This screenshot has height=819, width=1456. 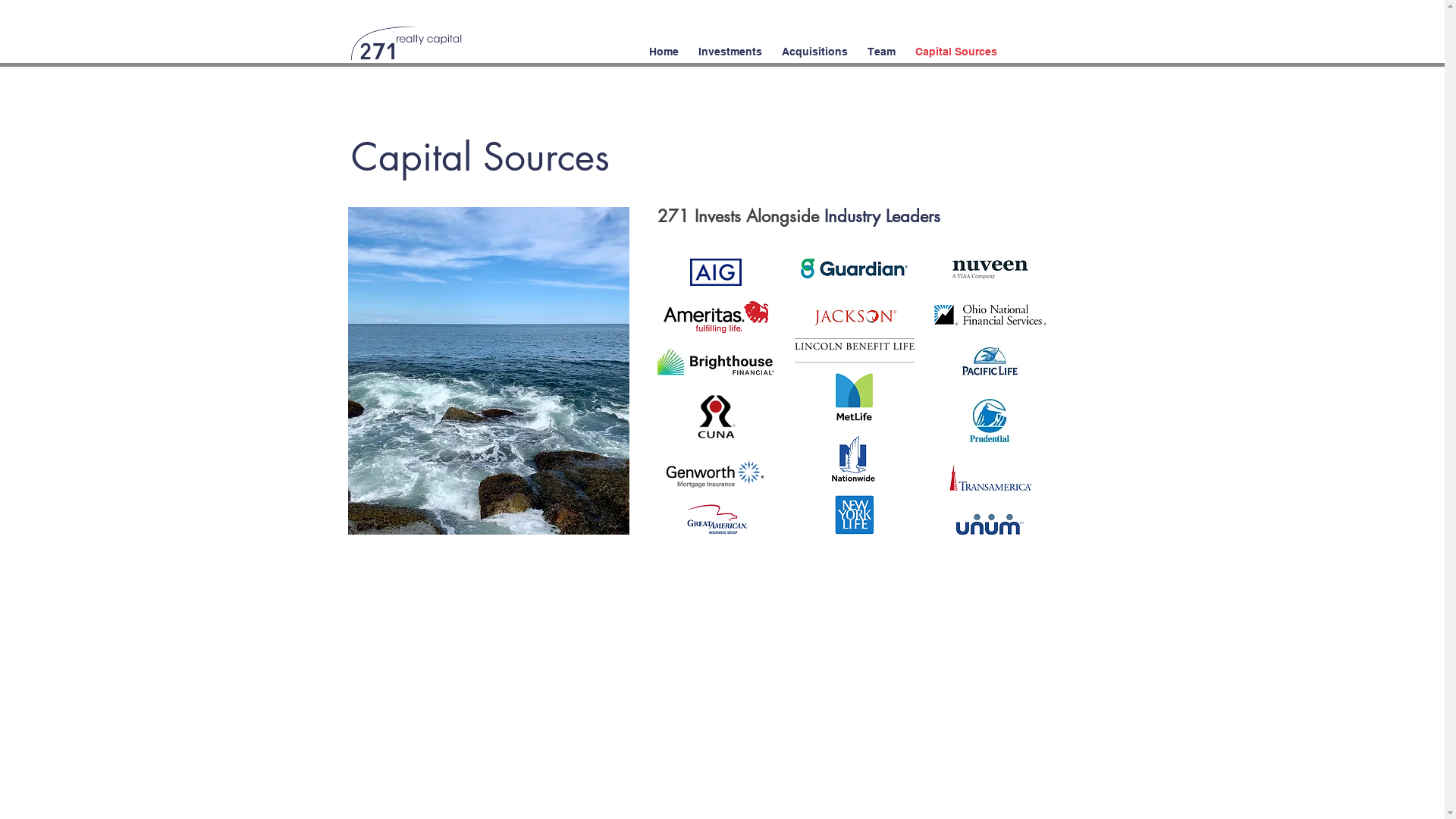 What do you see at coordinates (663, 44) in the screenshot?
I see `'Home'` at bounding box center [663, 44].